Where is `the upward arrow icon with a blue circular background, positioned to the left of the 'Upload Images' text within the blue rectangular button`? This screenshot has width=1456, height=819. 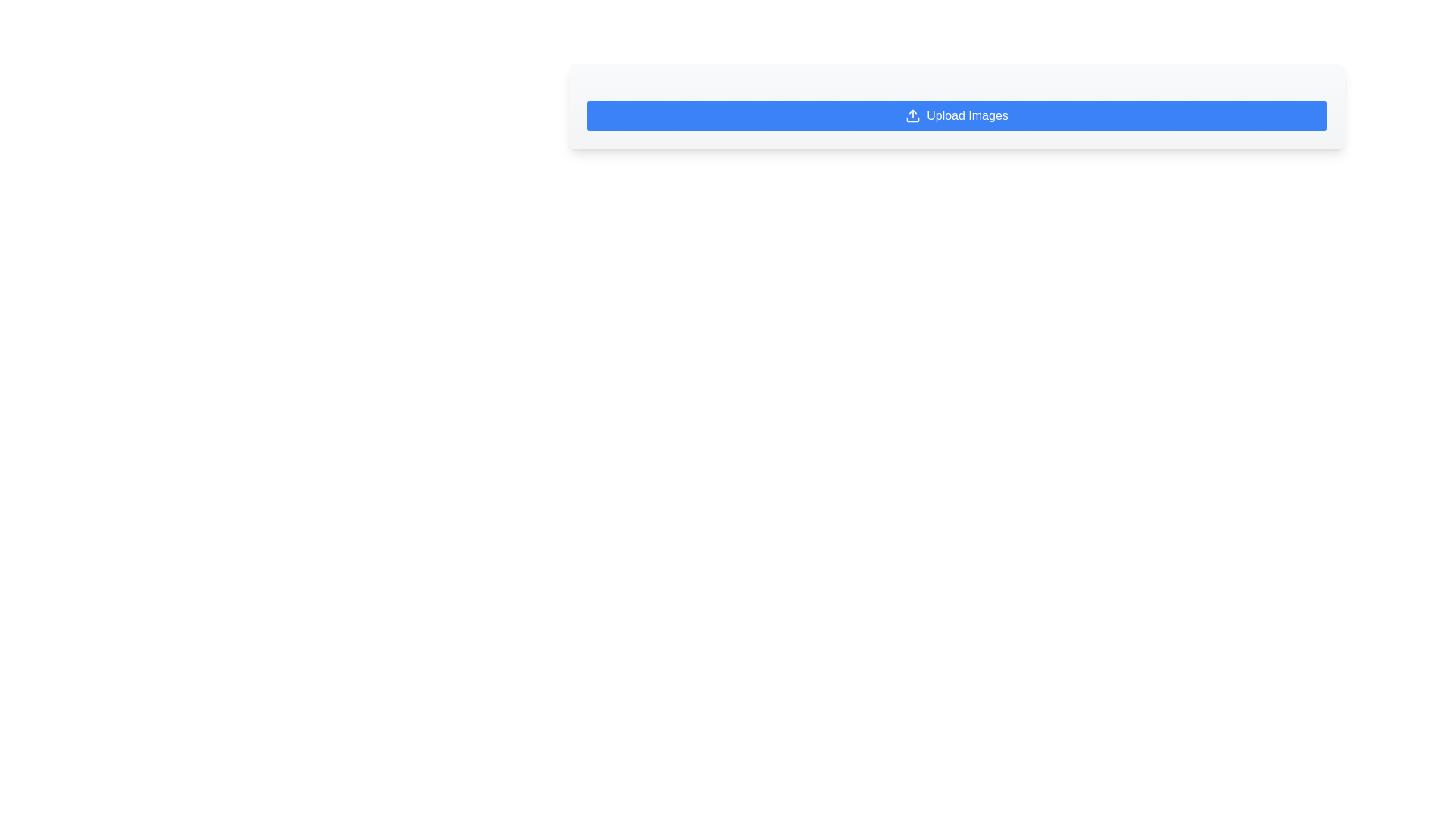
the upward arrow icon with a blue circular background, positioned to the left of the 'Upload Images' text within the blue rectangular button is located at coordinates (912, 115).